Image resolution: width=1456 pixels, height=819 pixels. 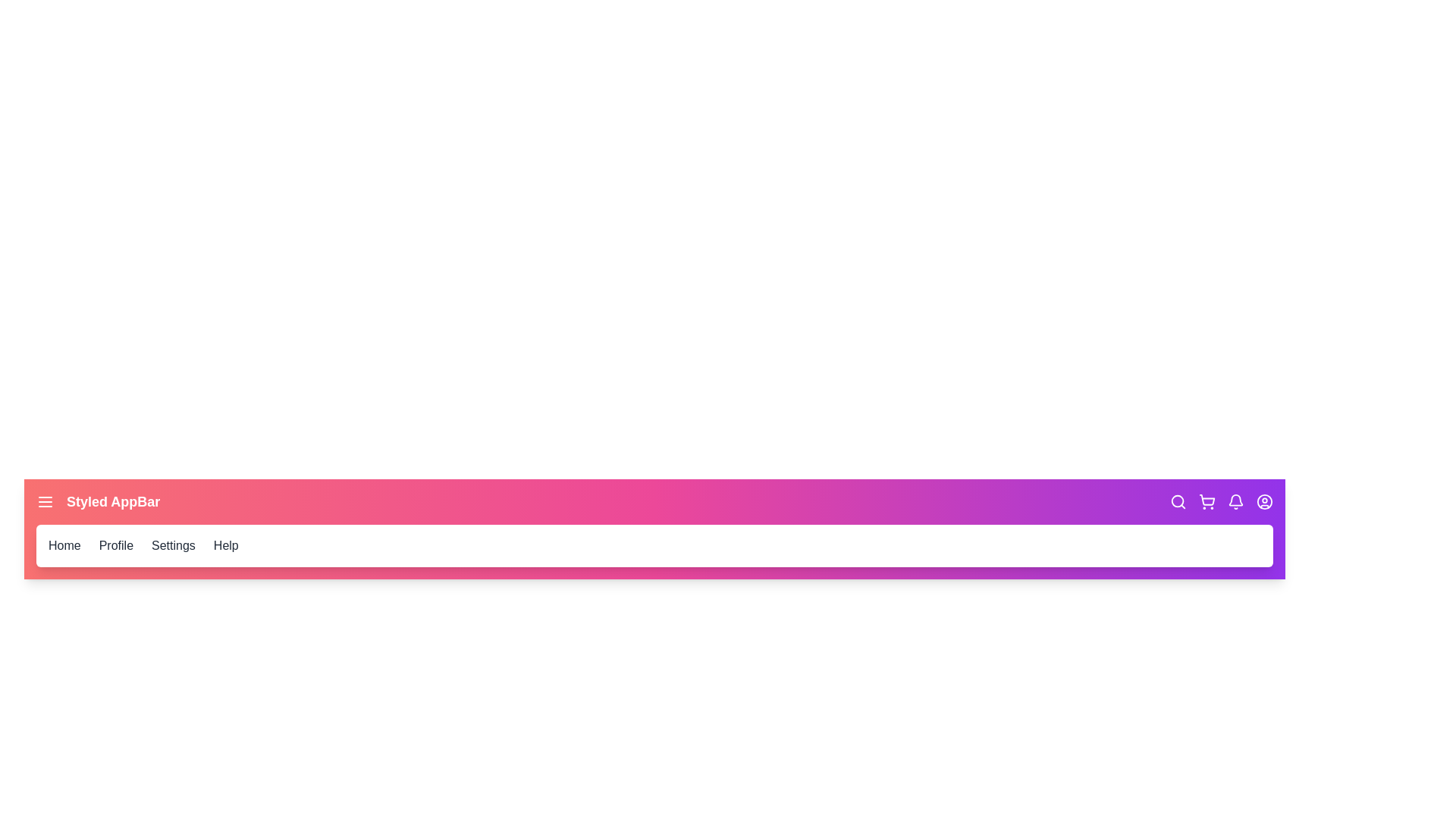 What do you see at coordinates (1236, 502) in the screenshot?
I see `the 'Notification' icon to view notifications` at bounding box center [1236, 502].